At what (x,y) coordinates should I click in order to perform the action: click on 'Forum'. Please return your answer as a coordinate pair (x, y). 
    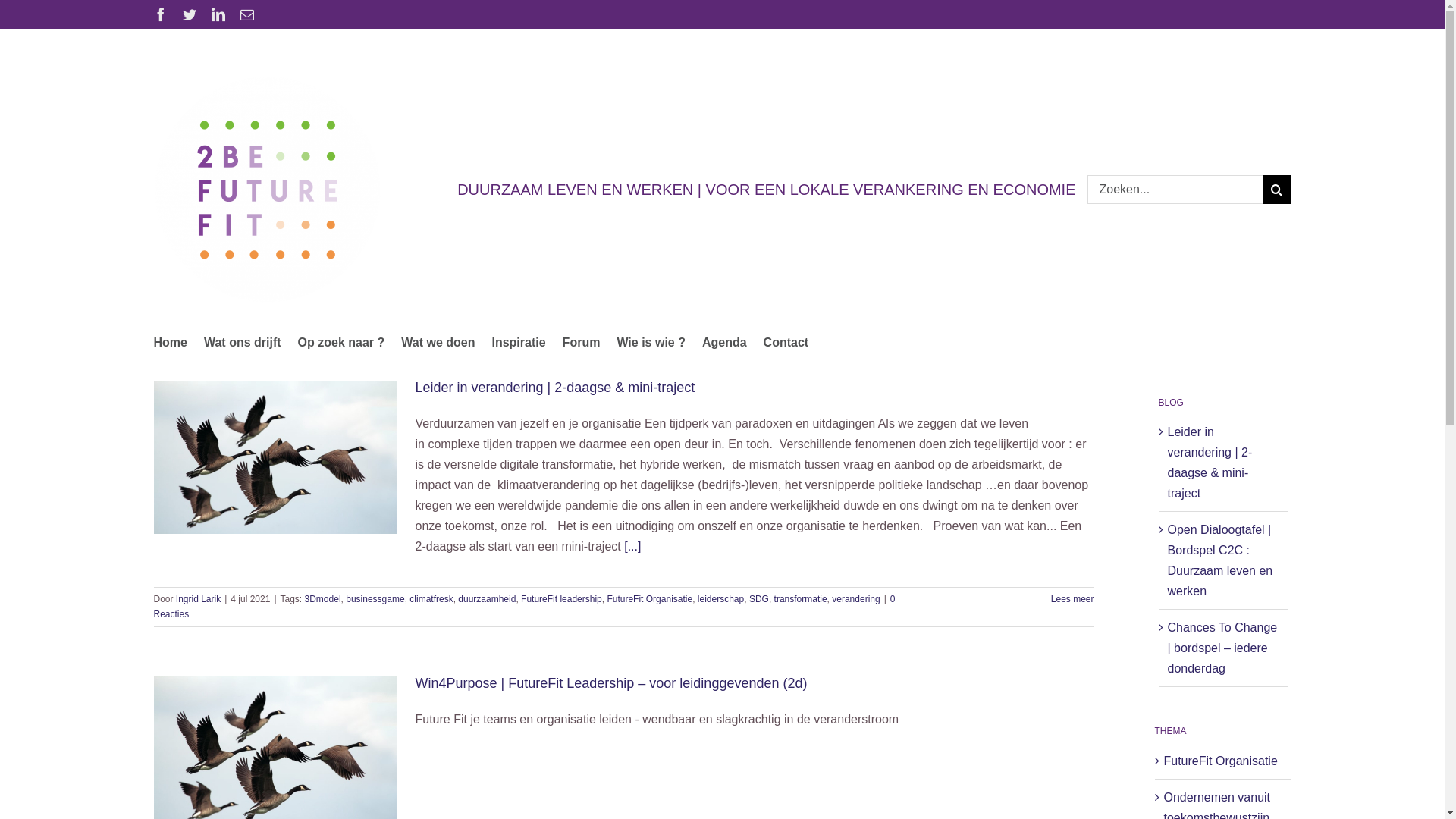
    Looking at the image, I should click on (581, 342).